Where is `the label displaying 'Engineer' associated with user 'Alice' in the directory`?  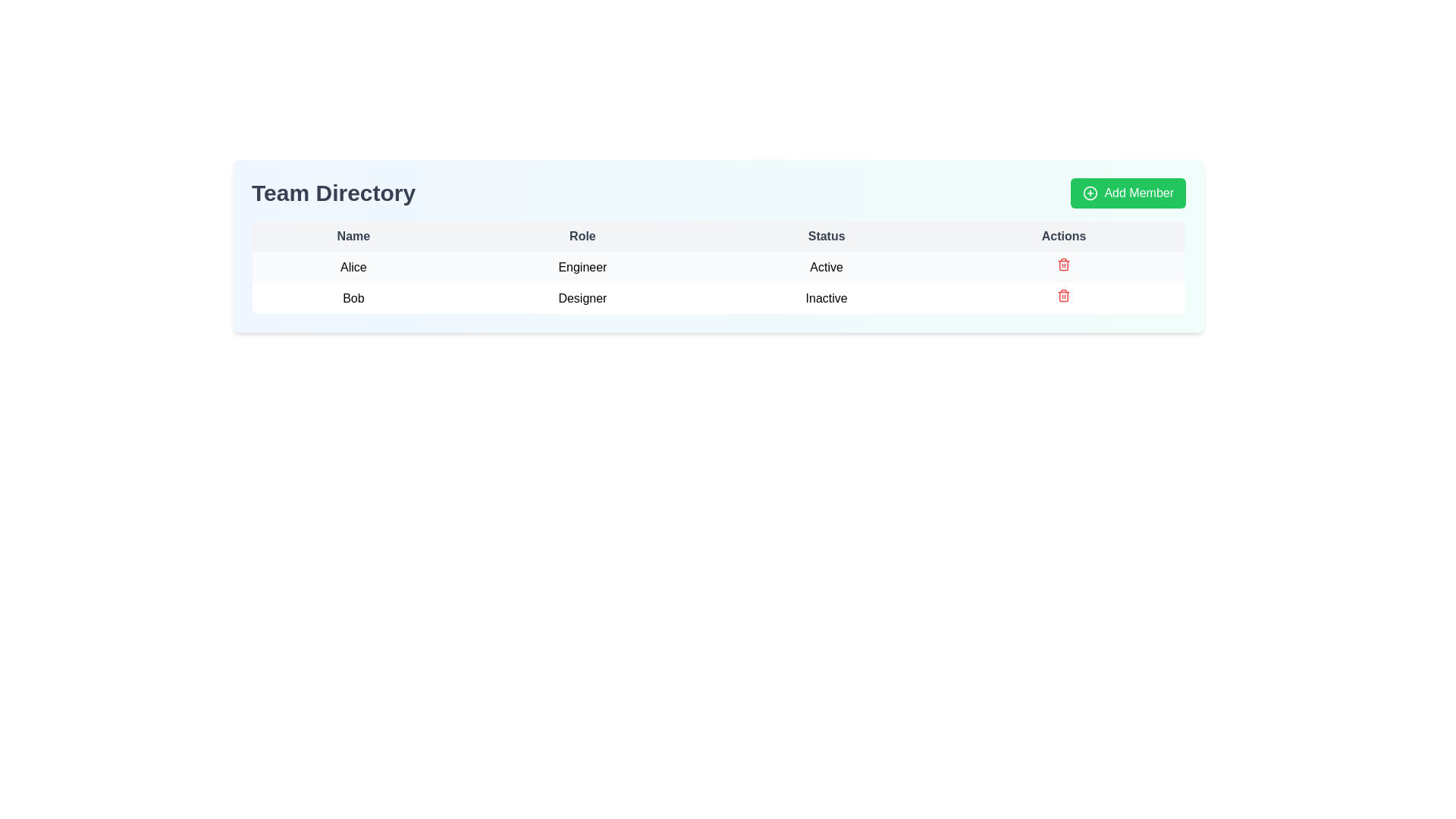 the label displaying 'Engineer' associated with user 'Alice' in the directory is located at coordinates (582, 266).